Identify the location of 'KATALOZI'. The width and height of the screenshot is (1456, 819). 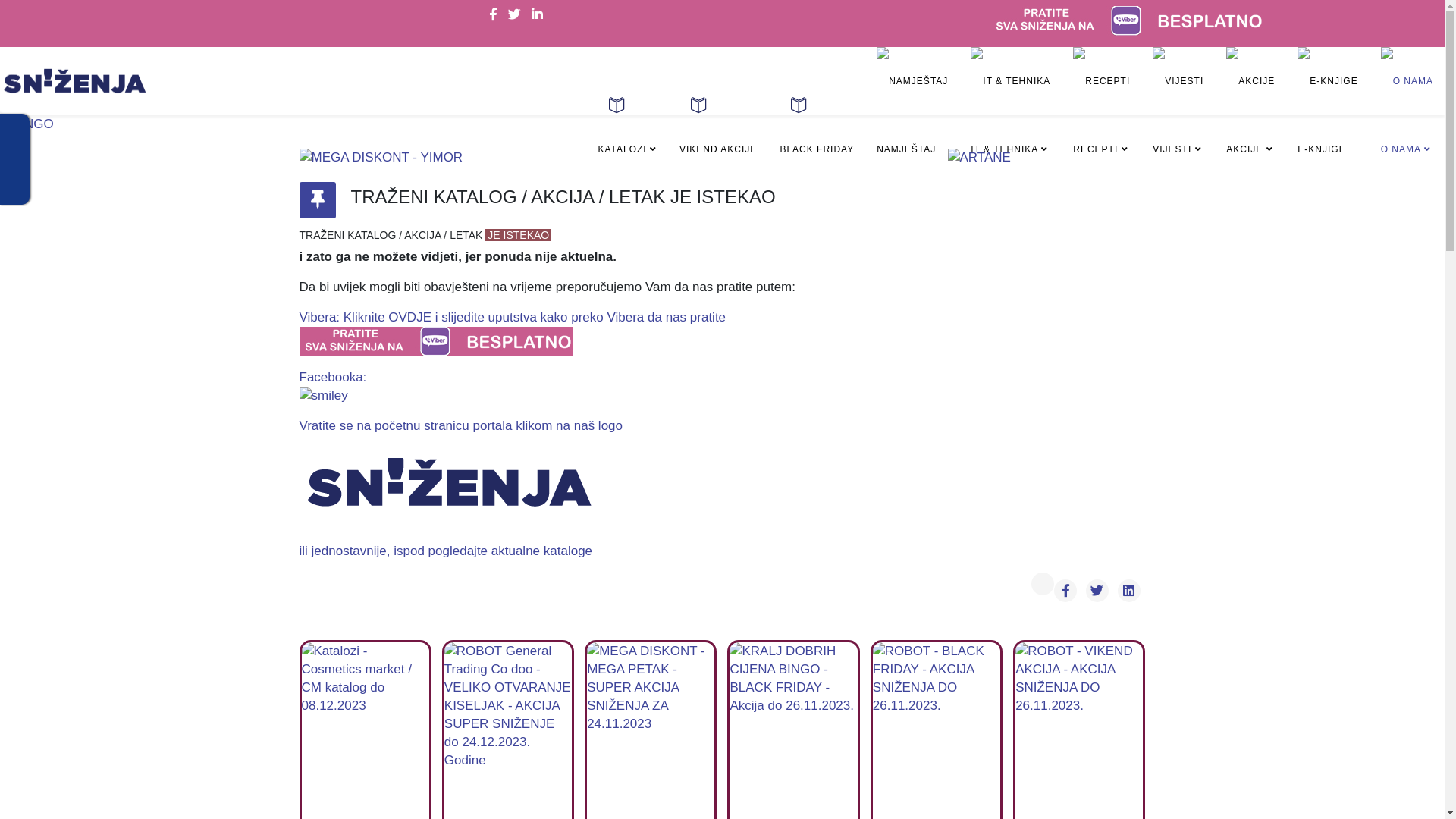
(585, 138).